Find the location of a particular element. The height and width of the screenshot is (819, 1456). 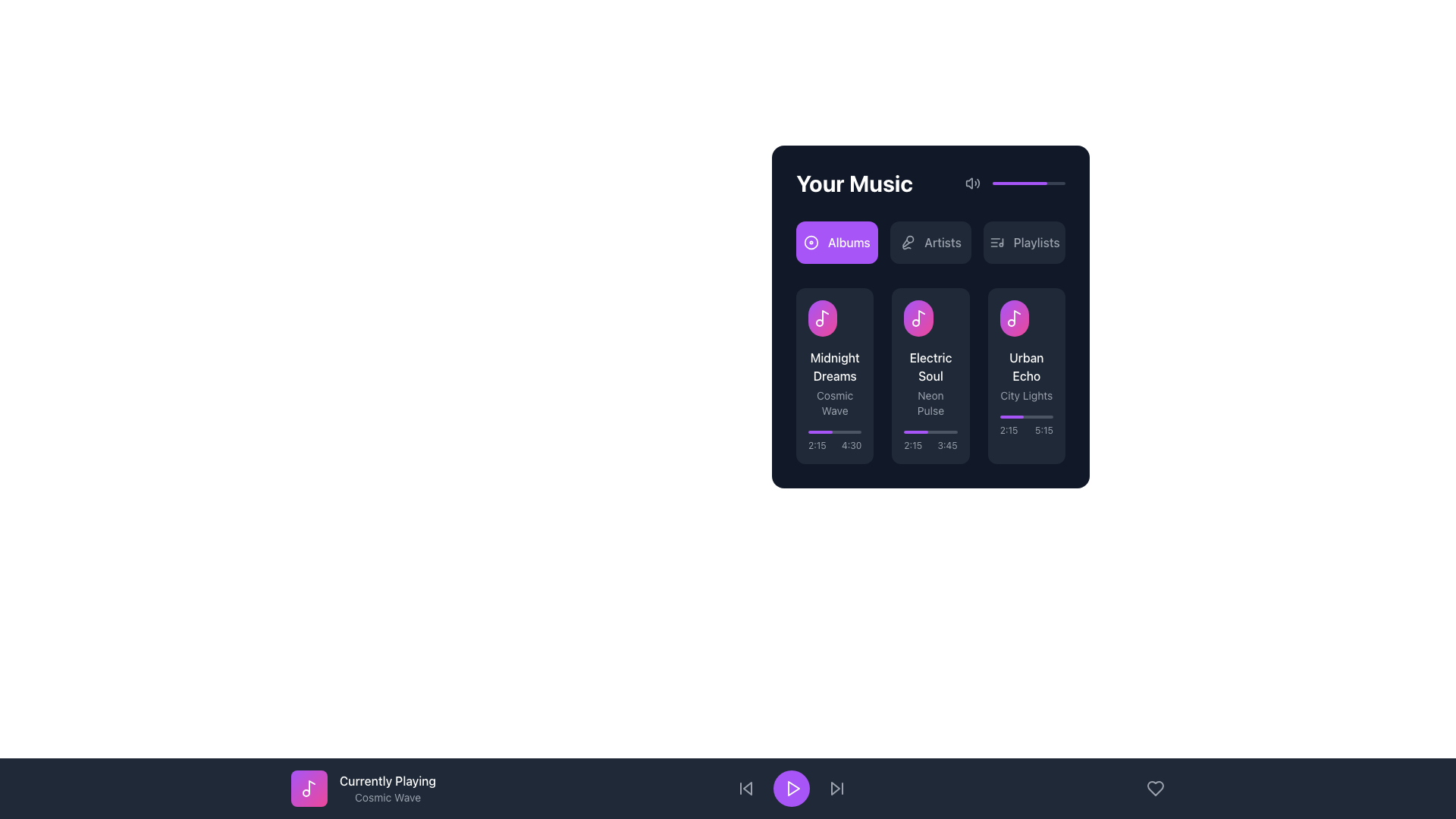

the volume control group labeled 'Your Music' is located at coordinates (930, 183).